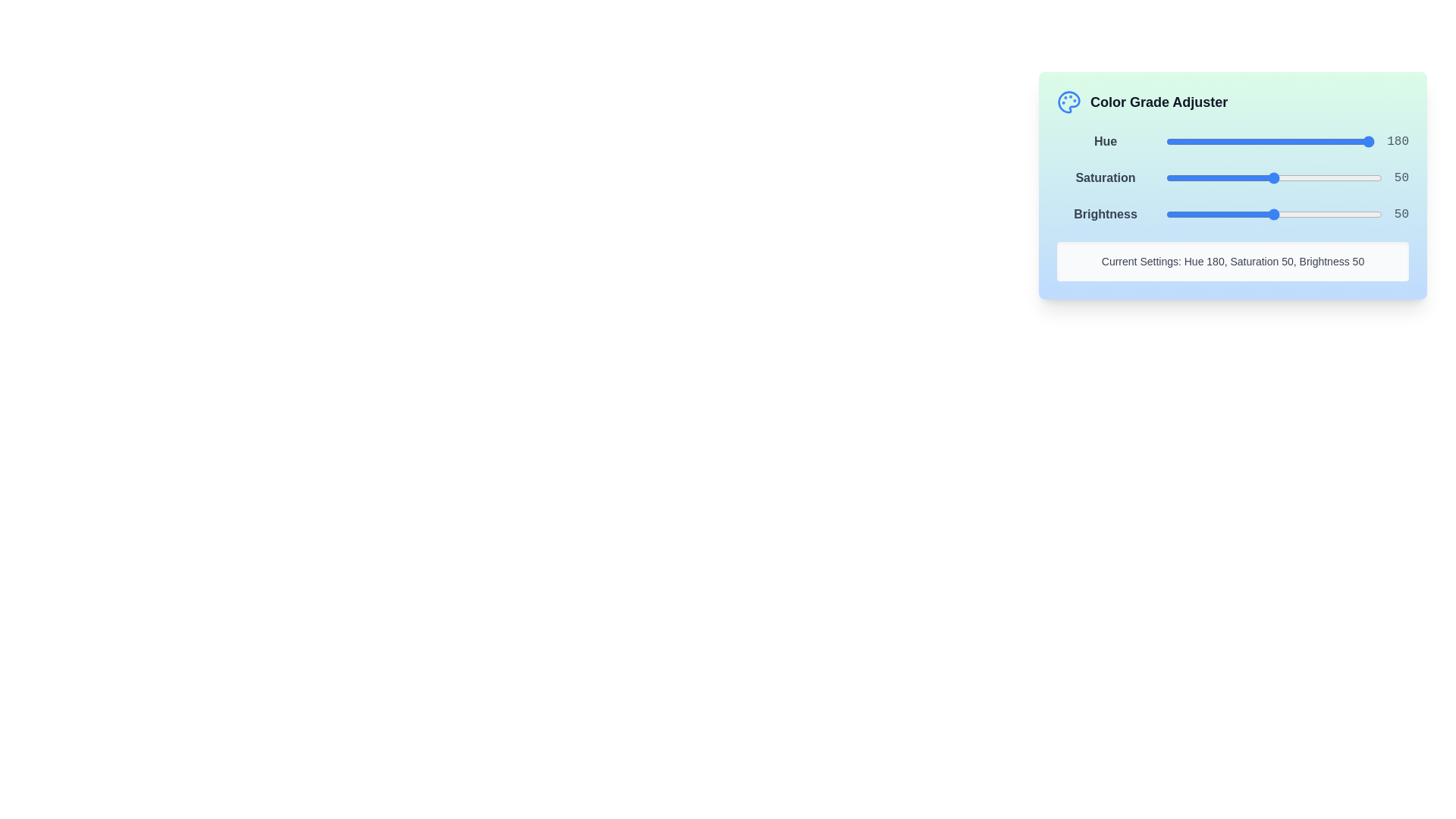 This screenshot has width=1456, height=819. Describe the element at coordinates (1276, 214) in the screenshot. I see `the brightness slider to set the brightness to 51%` at that location.